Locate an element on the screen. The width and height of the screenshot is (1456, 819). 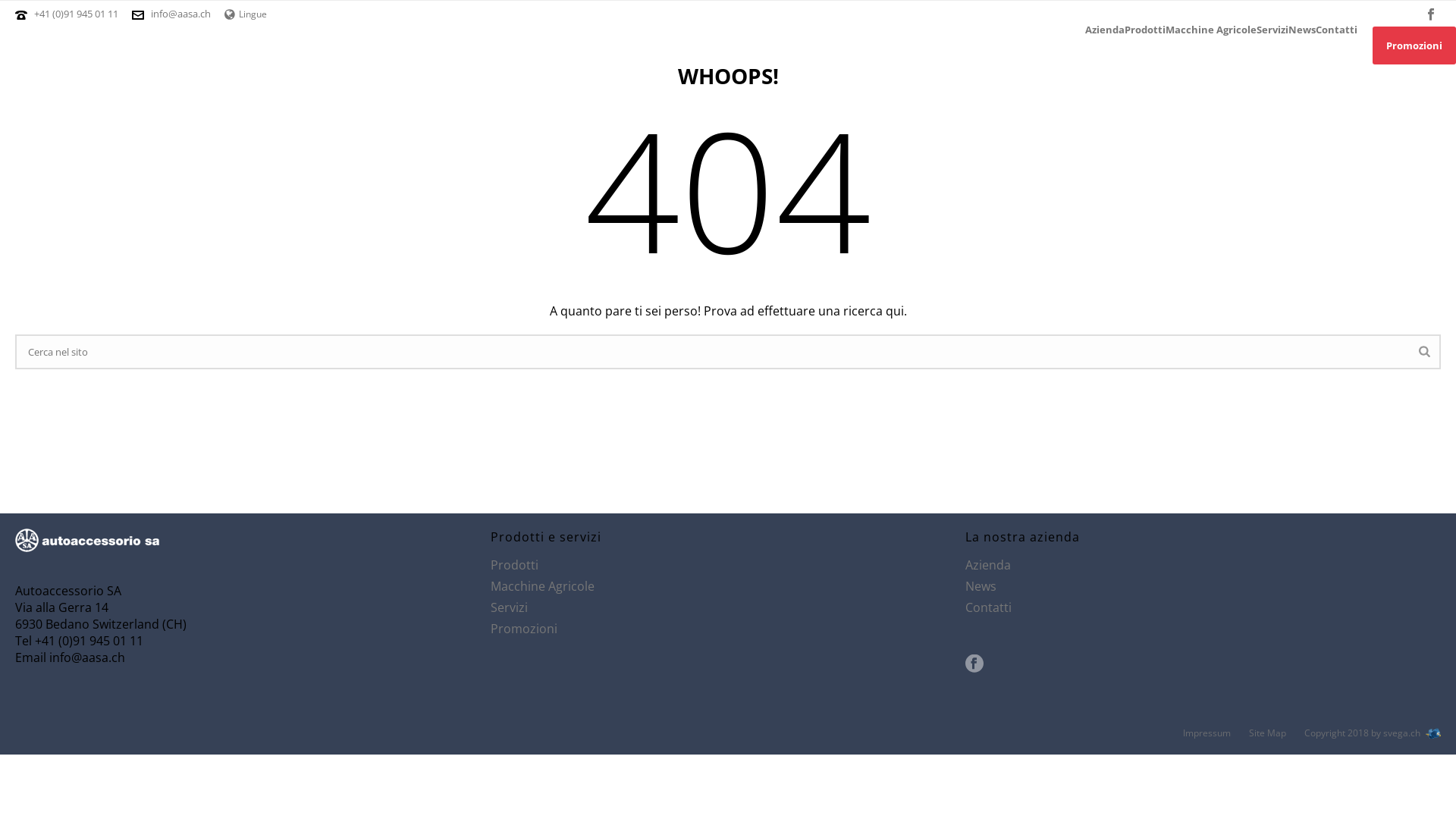
'Azienda' is located at coordinates (1105, 29).